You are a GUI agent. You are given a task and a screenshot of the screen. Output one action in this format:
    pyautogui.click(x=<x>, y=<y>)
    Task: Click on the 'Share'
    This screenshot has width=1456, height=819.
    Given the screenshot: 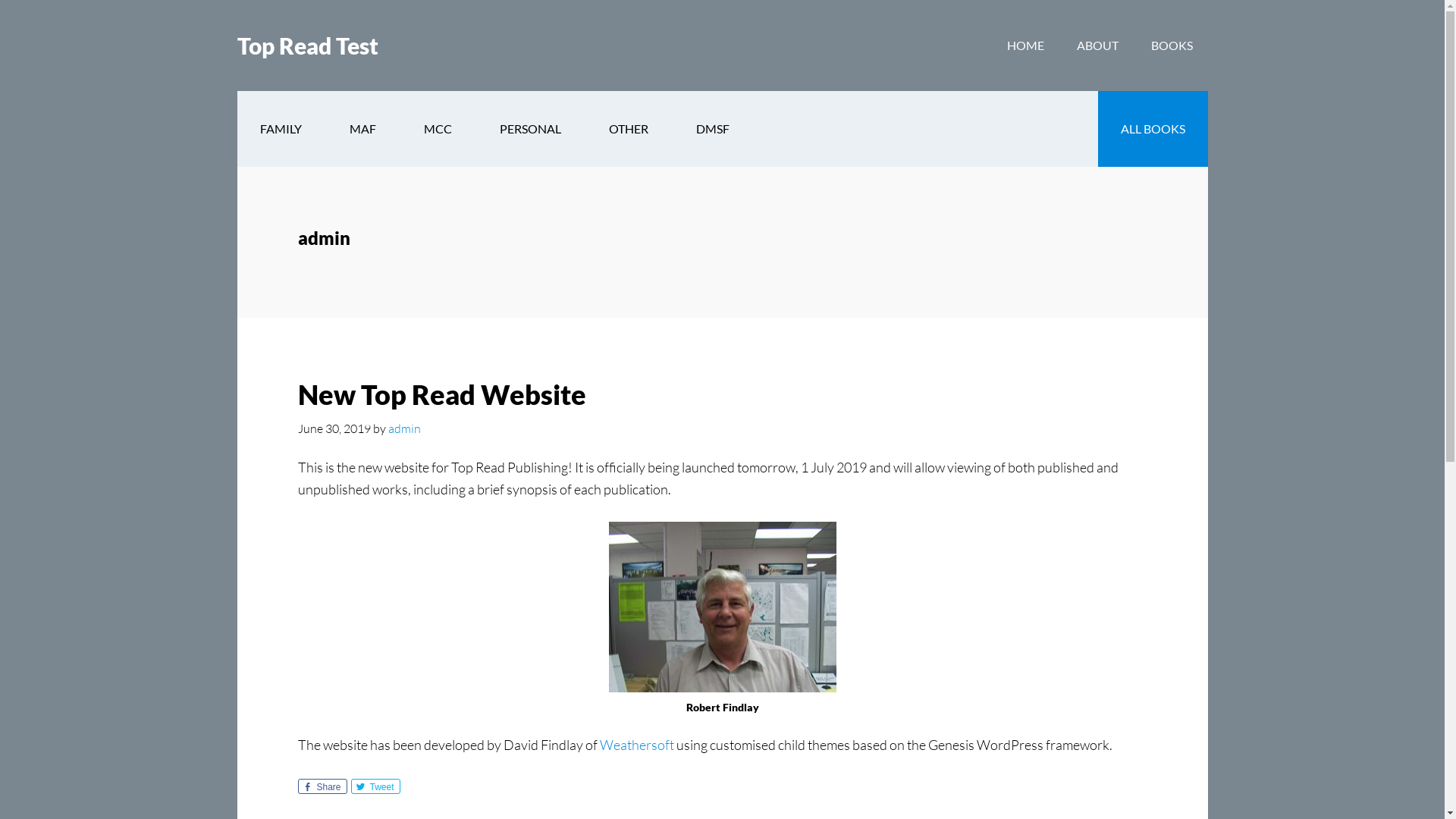 What is the action you would take?
    pyautogui.click(x=321, y=786)
    